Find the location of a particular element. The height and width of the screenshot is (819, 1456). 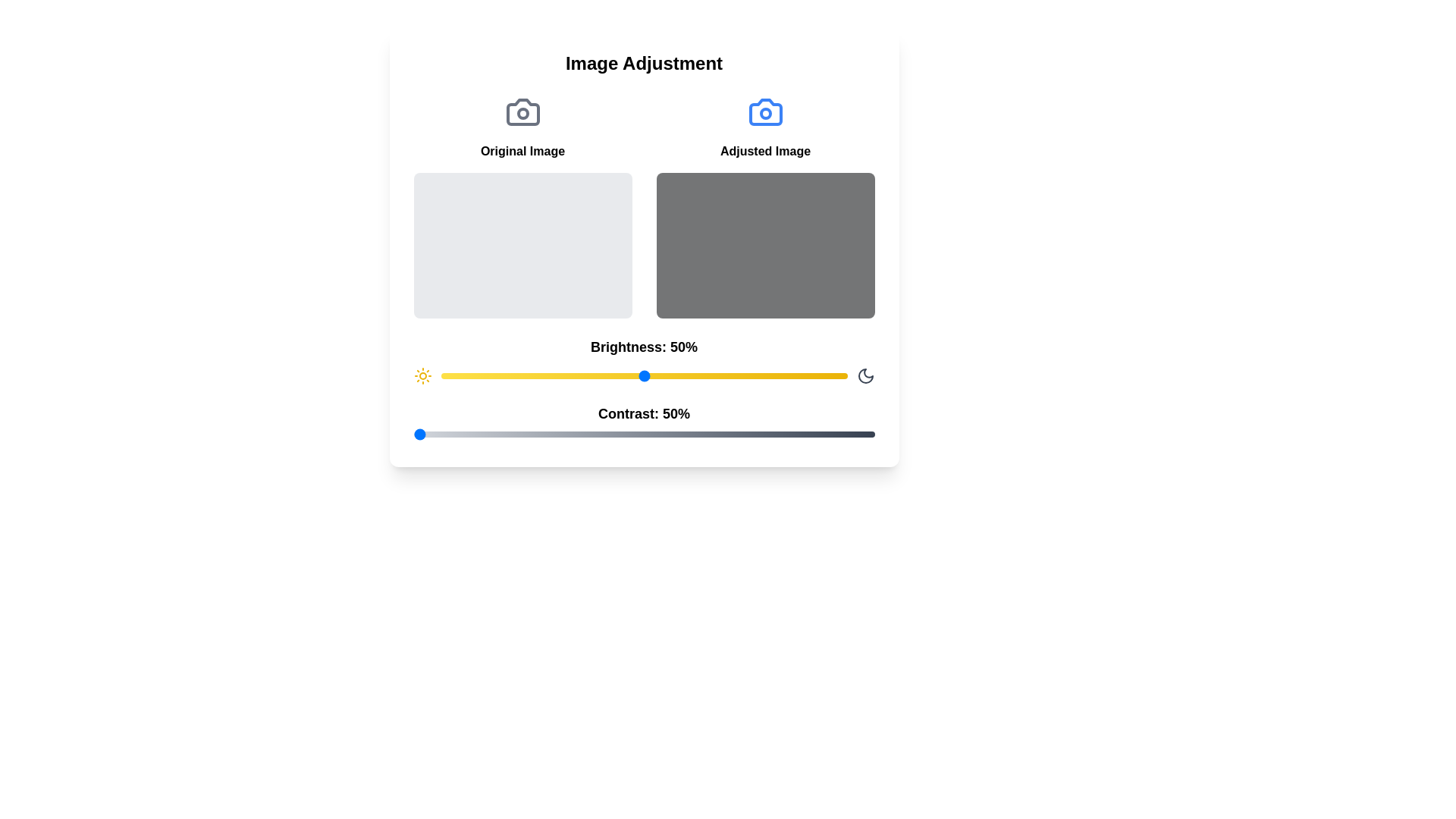

brightness is located at coordinates (754, 375).